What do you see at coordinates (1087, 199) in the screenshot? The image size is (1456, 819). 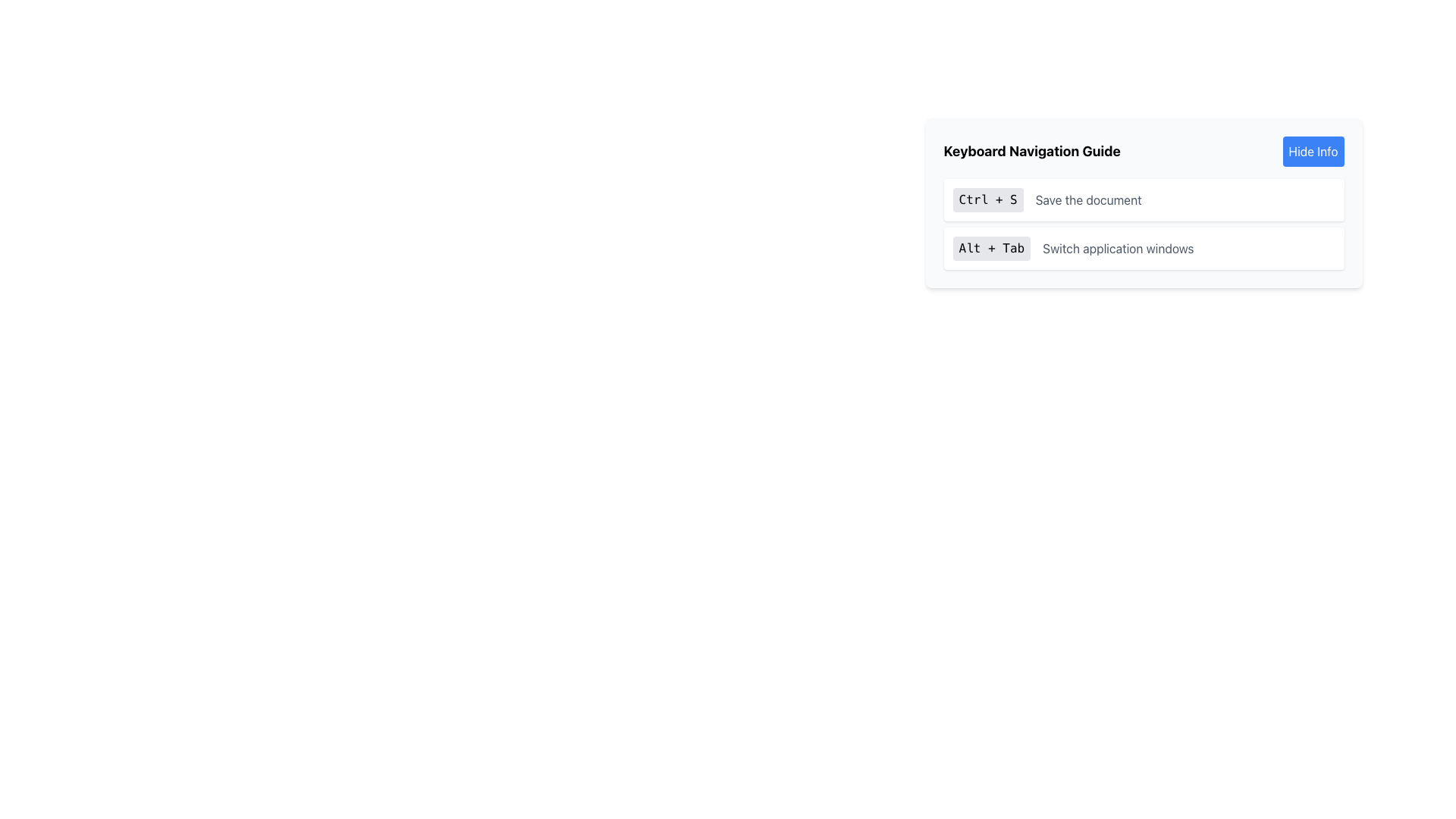 I see `the Text Label indicating the function associated with the keyboard shortcut 'Ctrl + S', located in the upper-right section of the interface within the 'Keyboard Navigation Guide'` at bounding box center [1087, 199].